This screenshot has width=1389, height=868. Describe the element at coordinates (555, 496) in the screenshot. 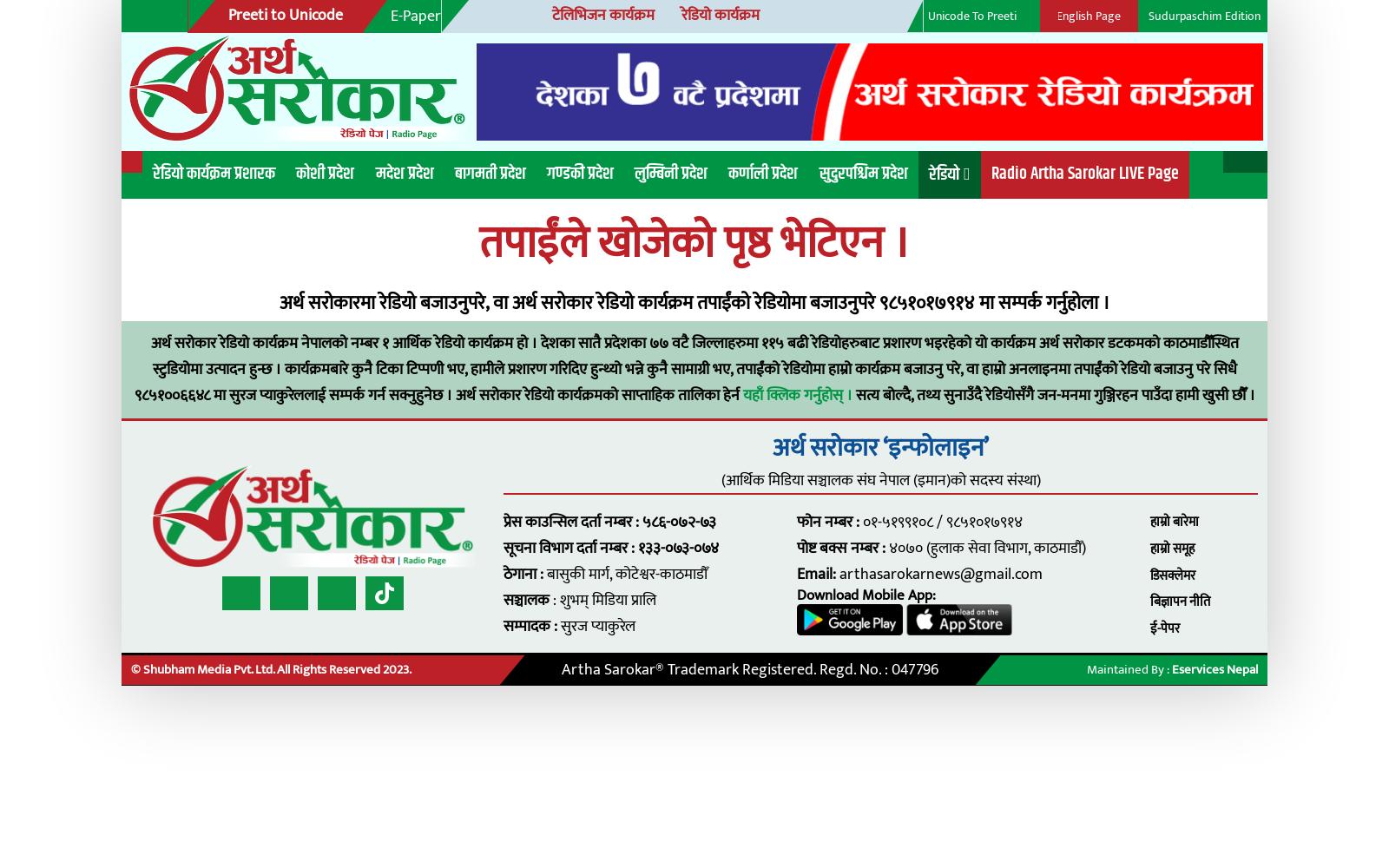

I see `'सूचना विभाग दर्ता नम्बर : १३३-०७३-०७४'` at that location.